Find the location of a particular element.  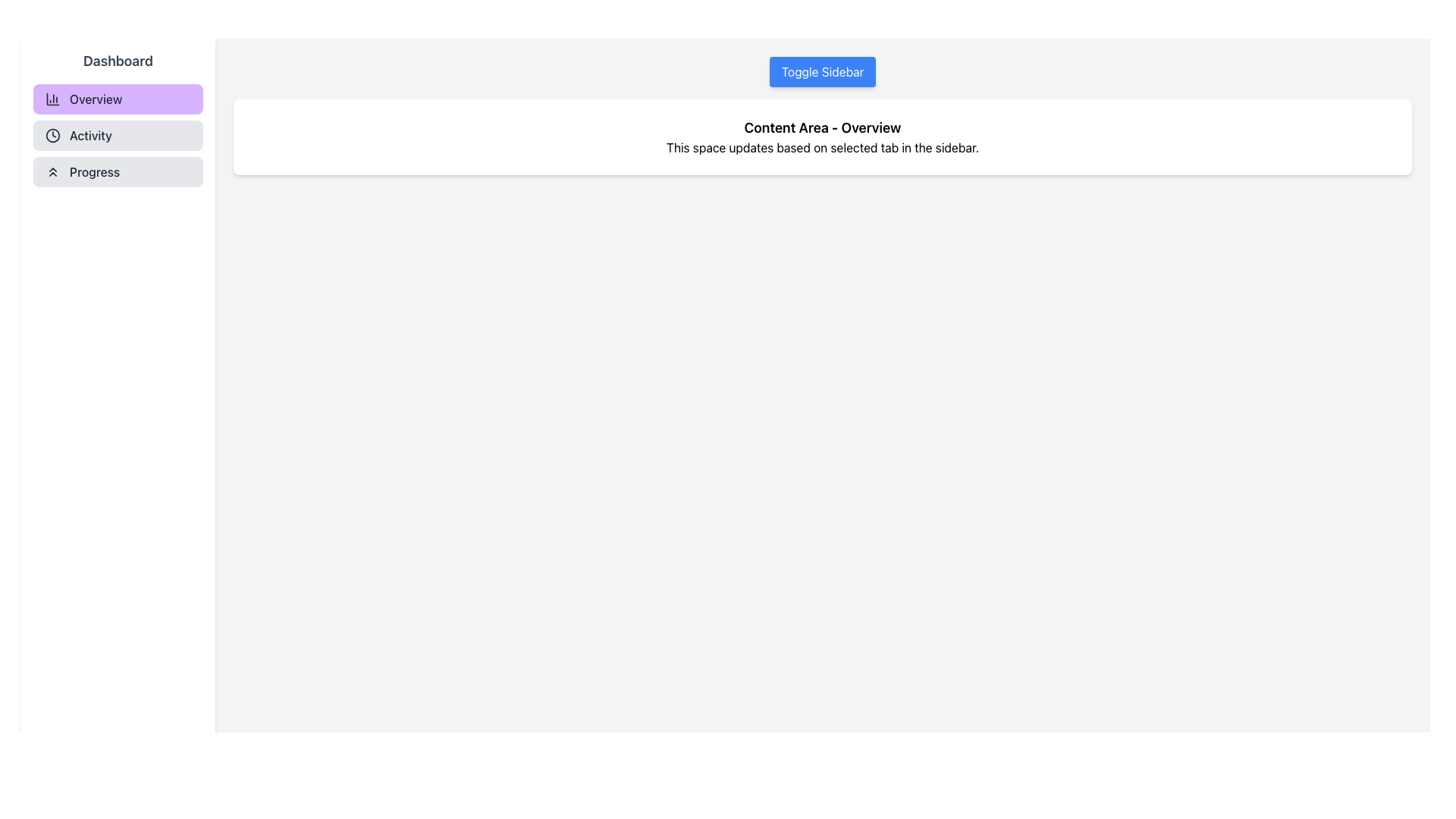

the 'Overview' navigation button located in the left sidebar to potentially reveal a tooltip with additional information is located at coordinates (118, 99).